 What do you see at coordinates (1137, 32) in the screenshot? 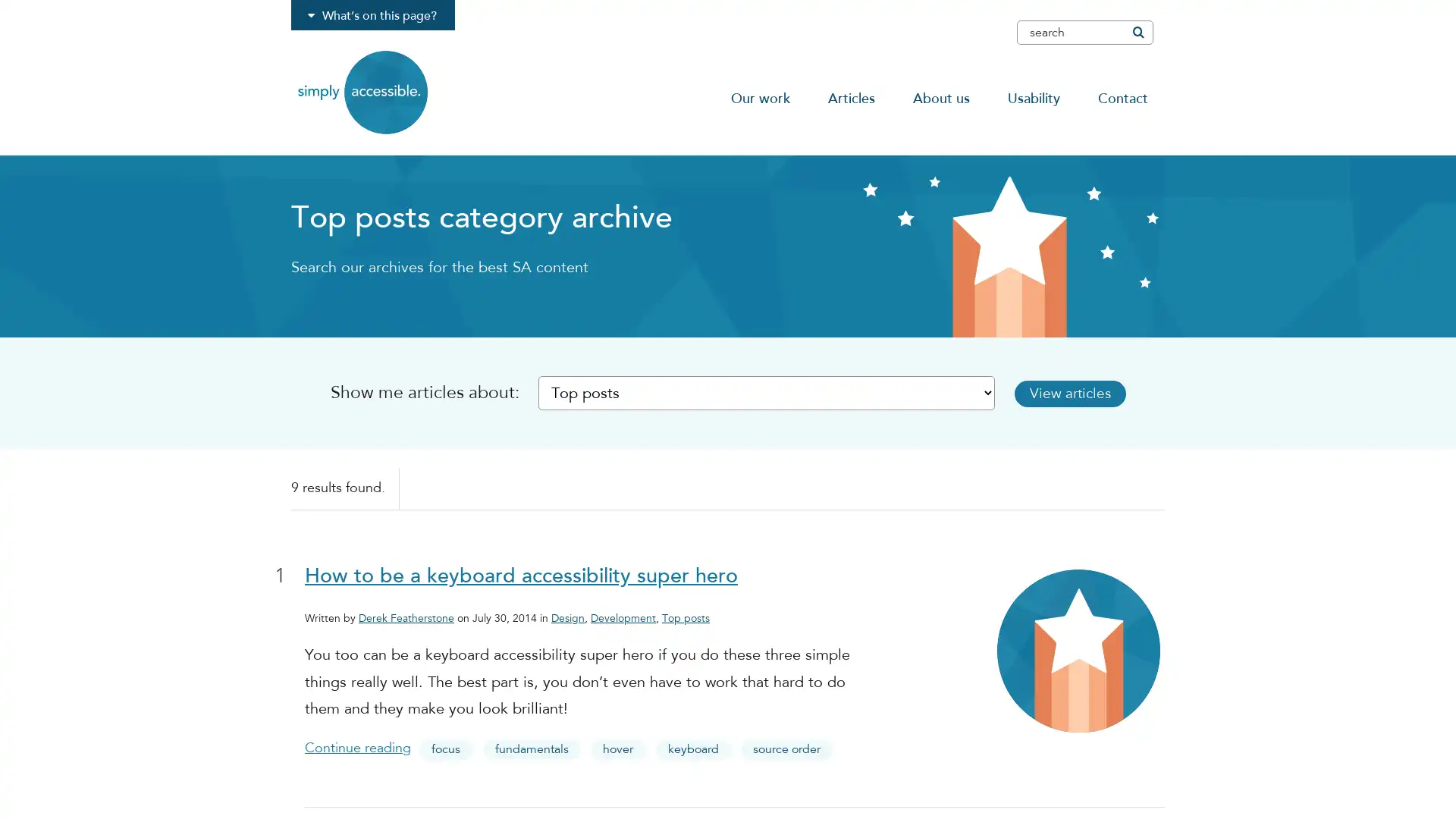
I see `Submit Search` at bounding box center [1137, 32].